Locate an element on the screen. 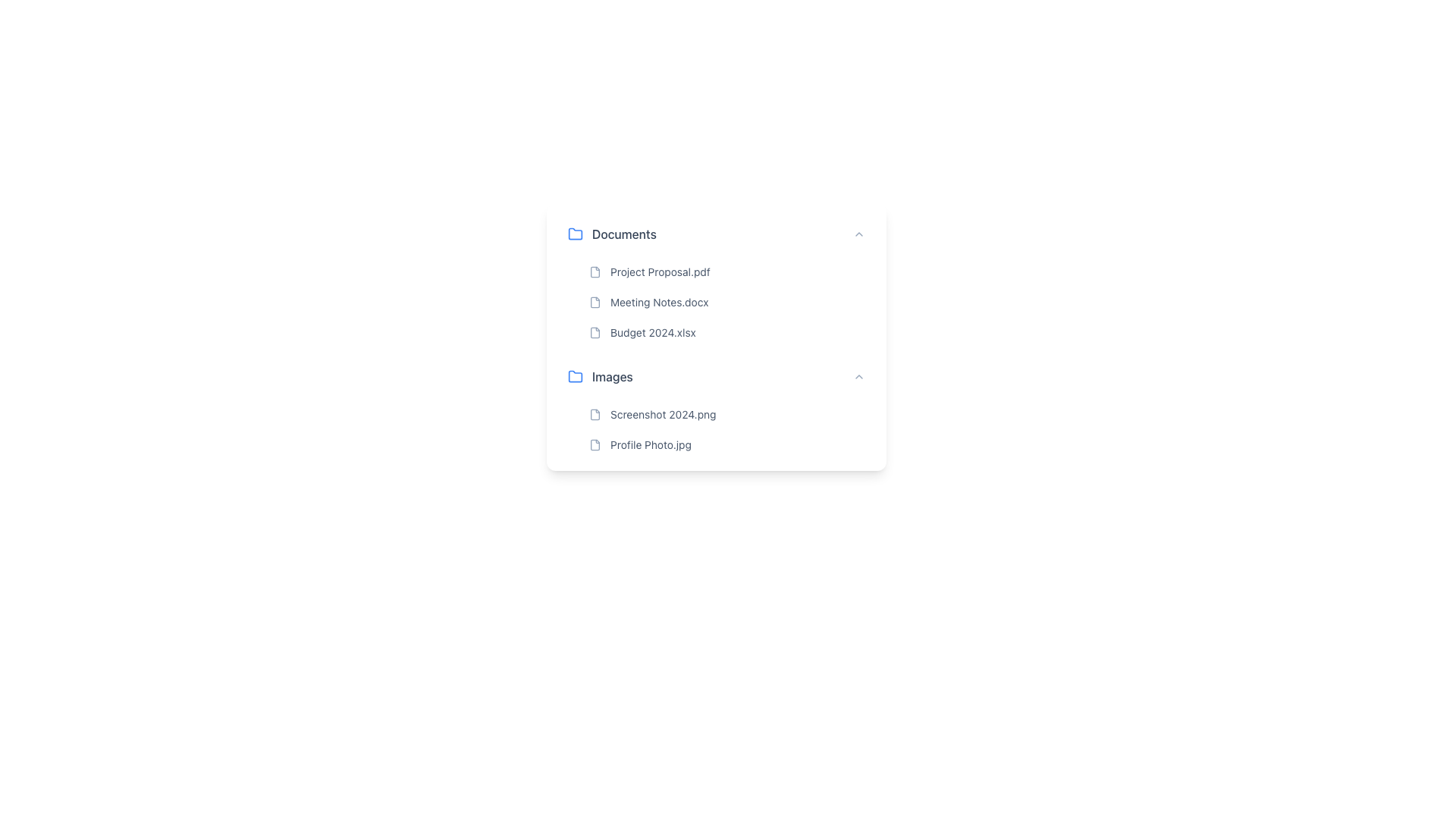  on the file entry labeled 'Budget 2024.xlsx' located in the Documents section is located at coordinates (728, 332).